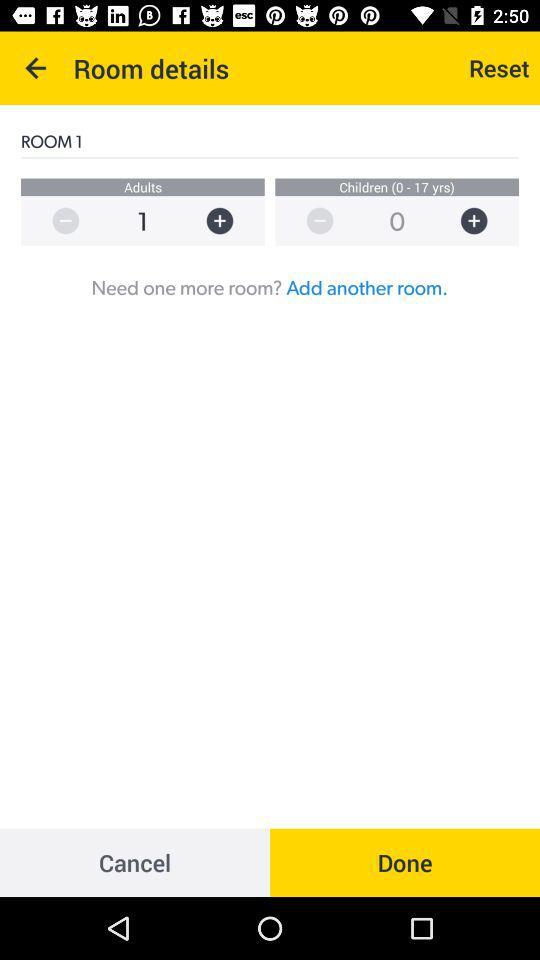 Image resolution: width=540 pixels, height=960 pixels. What do you see at coordinates (483, 221) in the screenshot?
I see `object` at bounding box center [483, 221].